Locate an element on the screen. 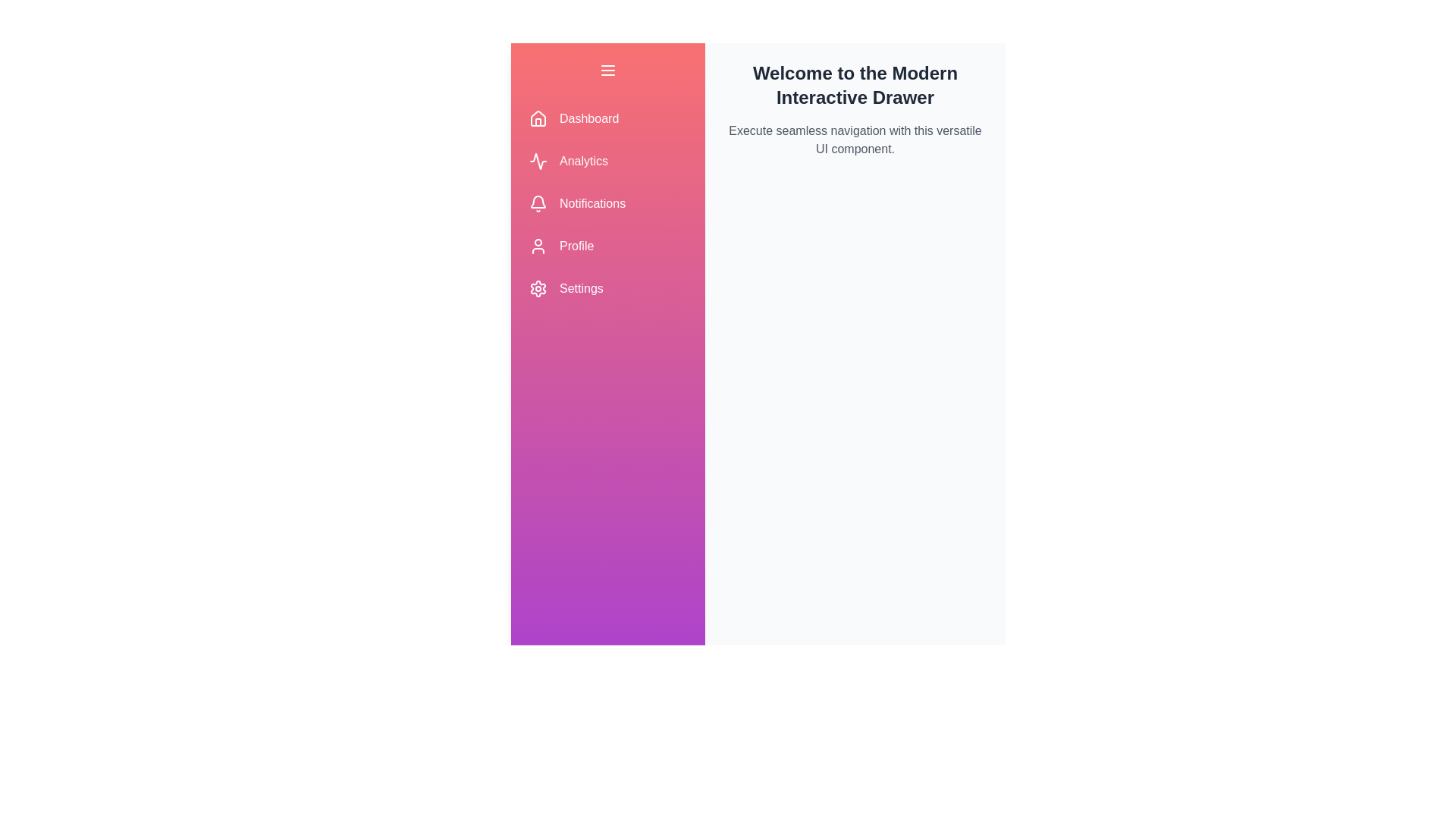 The width and height of the screenshot is (1456, 819). the navigation item labeled 'Settings' to observe visual changes is located at coordinates (607, 289).